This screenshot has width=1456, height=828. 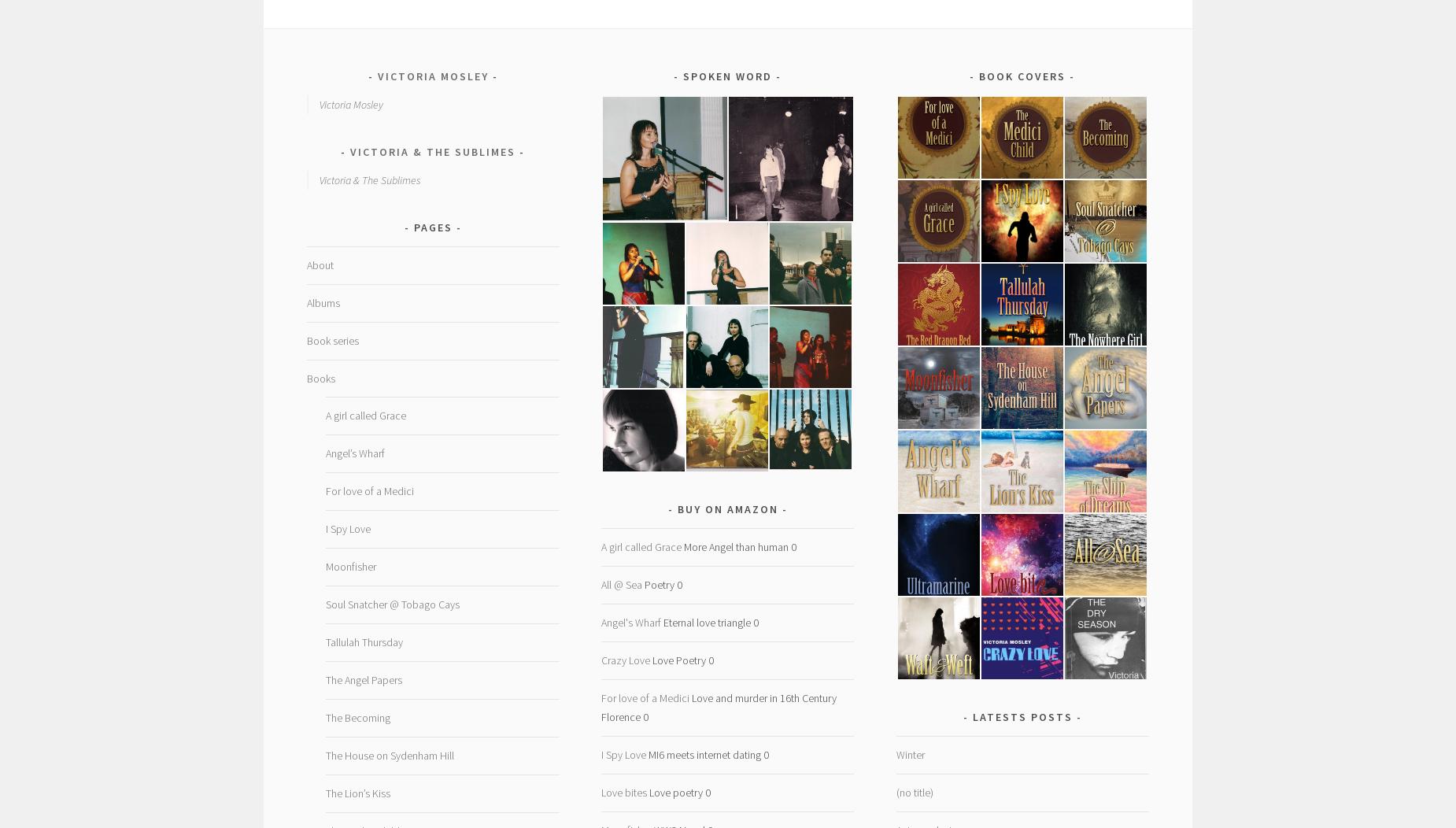 I want to click on 'Pages', so click(x=432, y=227).